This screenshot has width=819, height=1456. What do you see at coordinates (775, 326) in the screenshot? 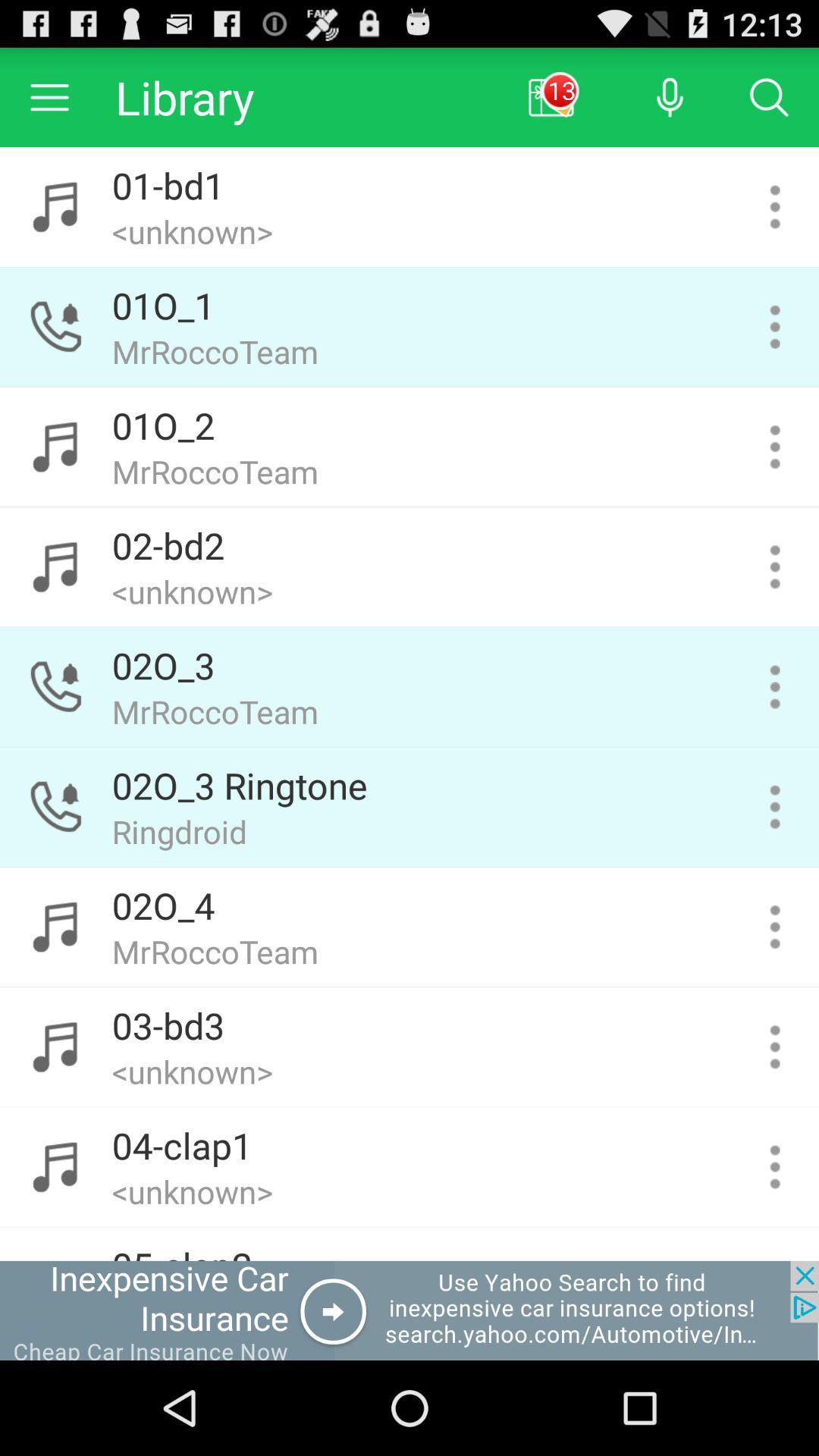
I see `more option` at bounding box center [775, 326].